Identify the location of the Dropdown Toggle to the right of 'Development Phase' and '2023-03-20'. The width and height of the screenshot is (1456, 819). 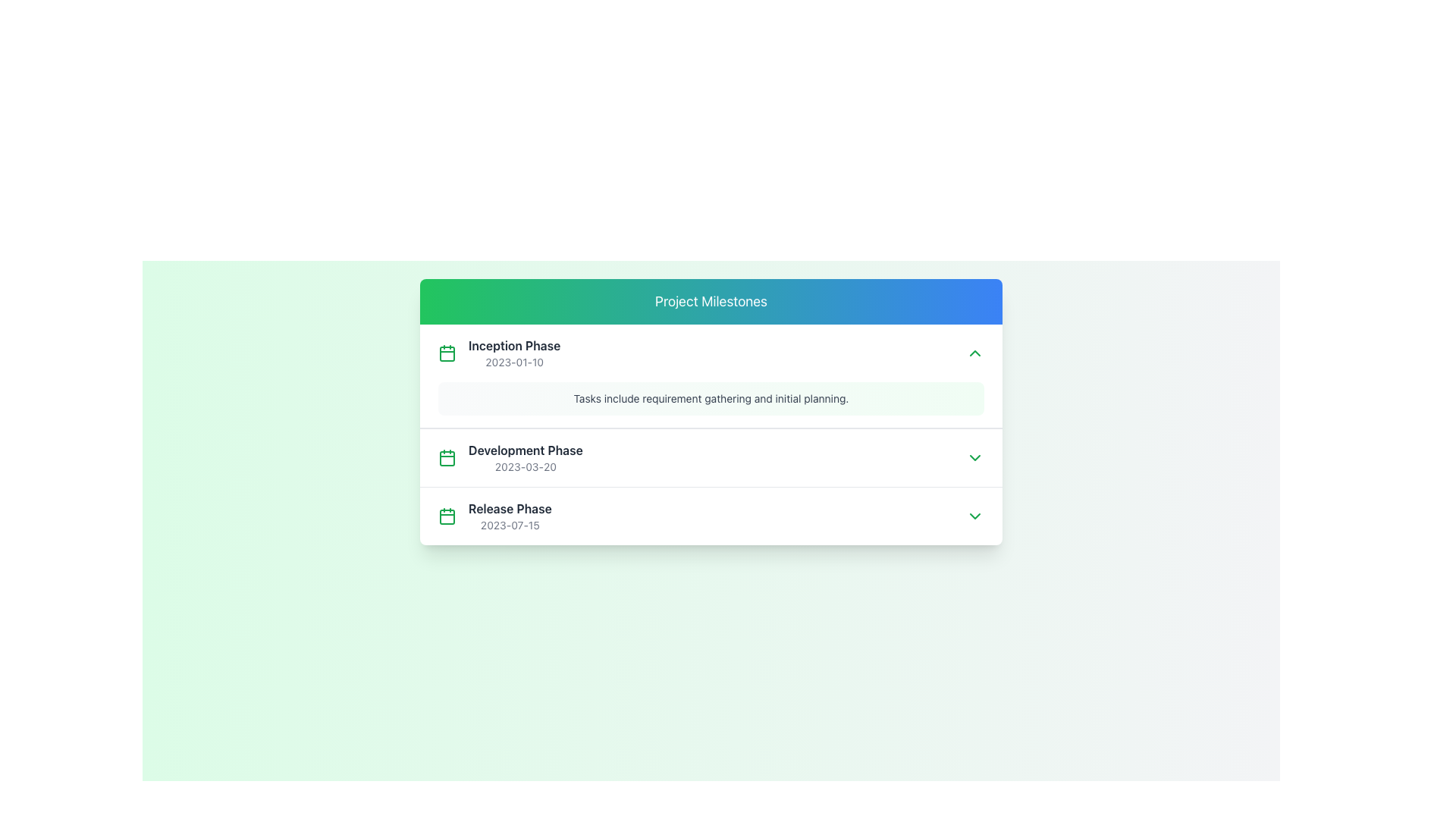
(975, 457).